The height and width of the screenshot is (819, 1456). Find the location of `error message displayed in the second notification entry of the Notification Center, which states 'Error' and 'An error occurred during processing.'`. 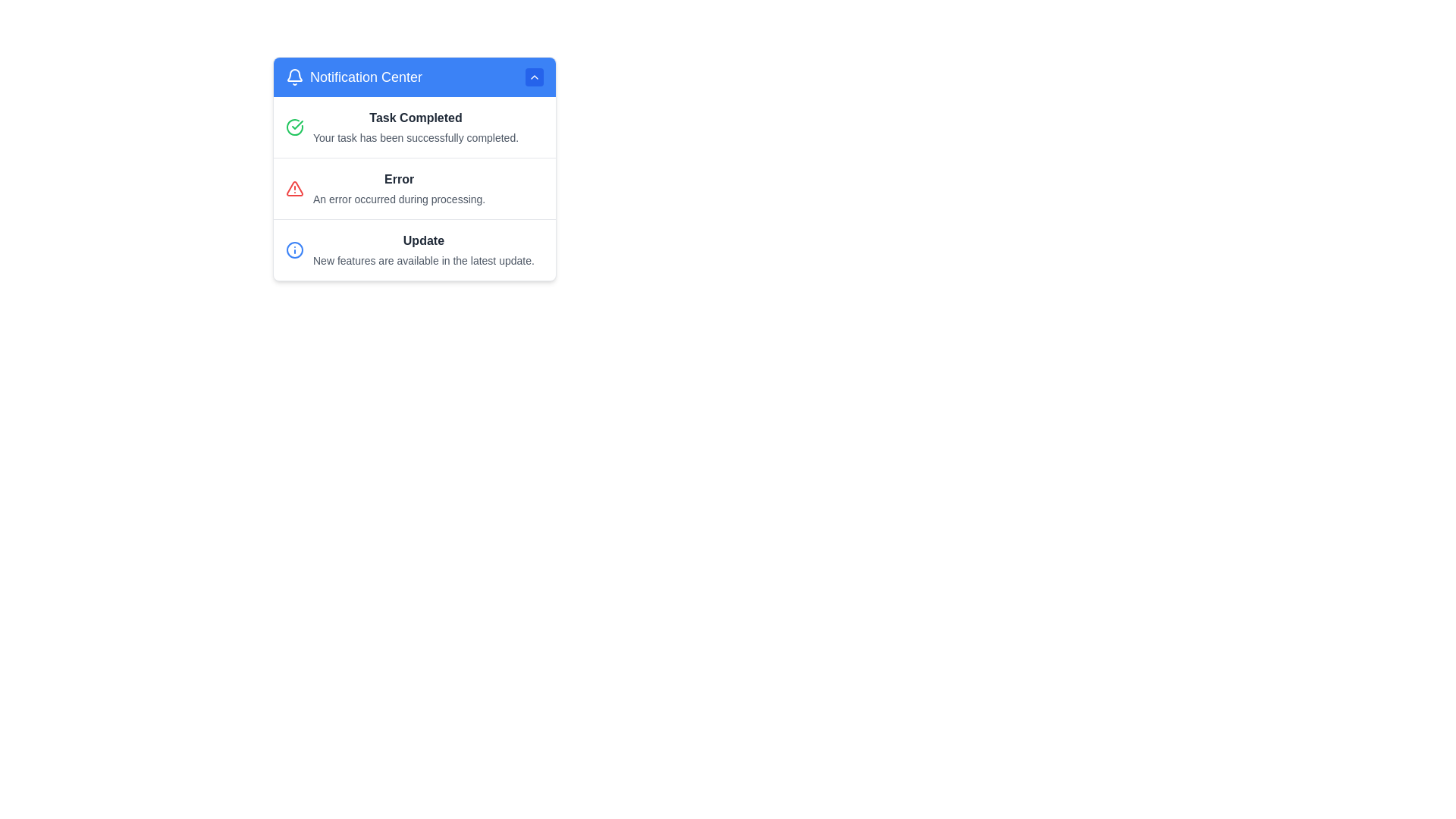

error message displayed in the second notification entry of the Notification Center, which states 'Error' and 'An error occurred during processing.' is located at coordinates (399, 188).